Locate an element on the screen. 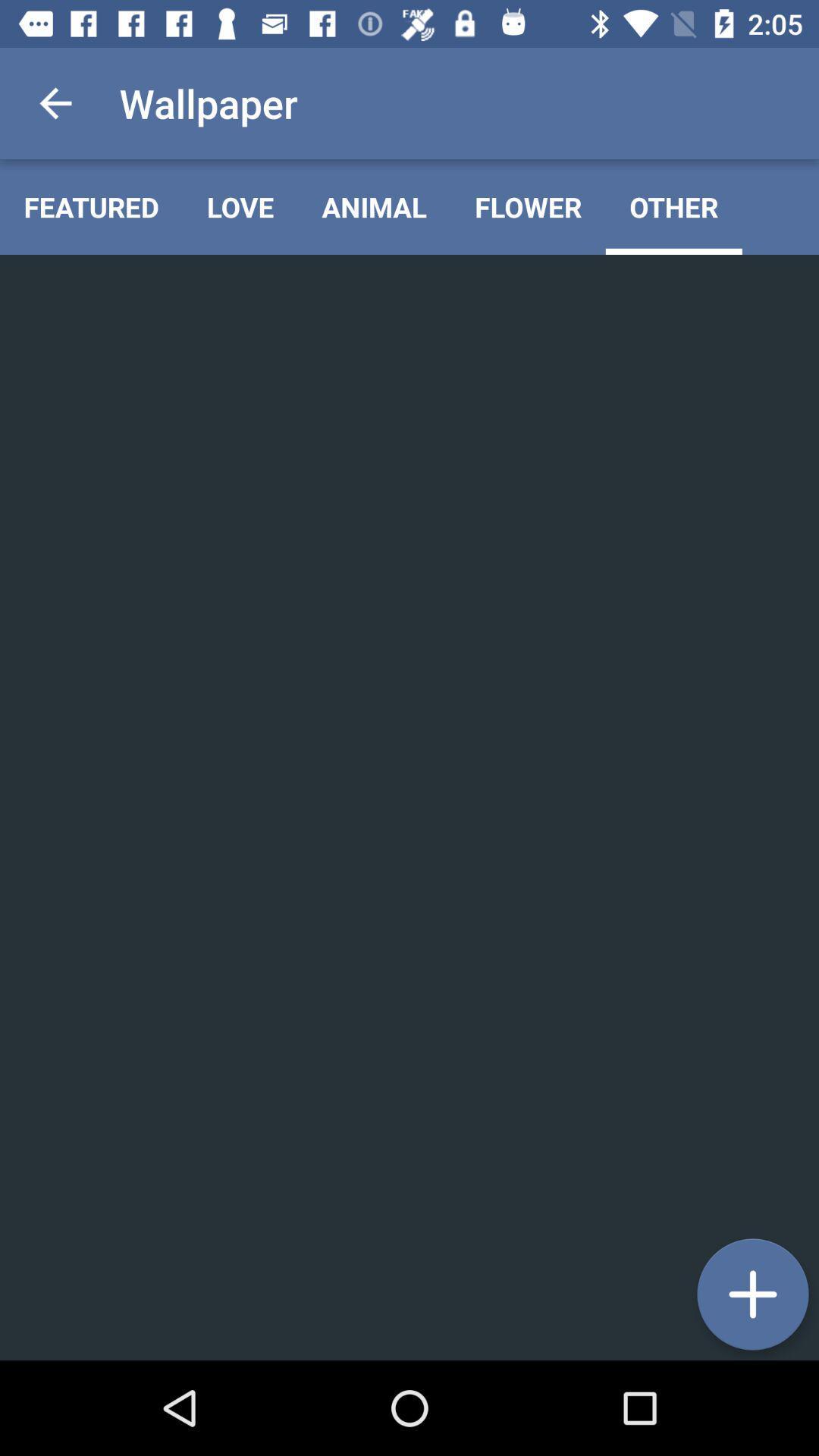 The height and width of the screenshot is (1456, 819). the add icon is located at coordinates (752, 1294).